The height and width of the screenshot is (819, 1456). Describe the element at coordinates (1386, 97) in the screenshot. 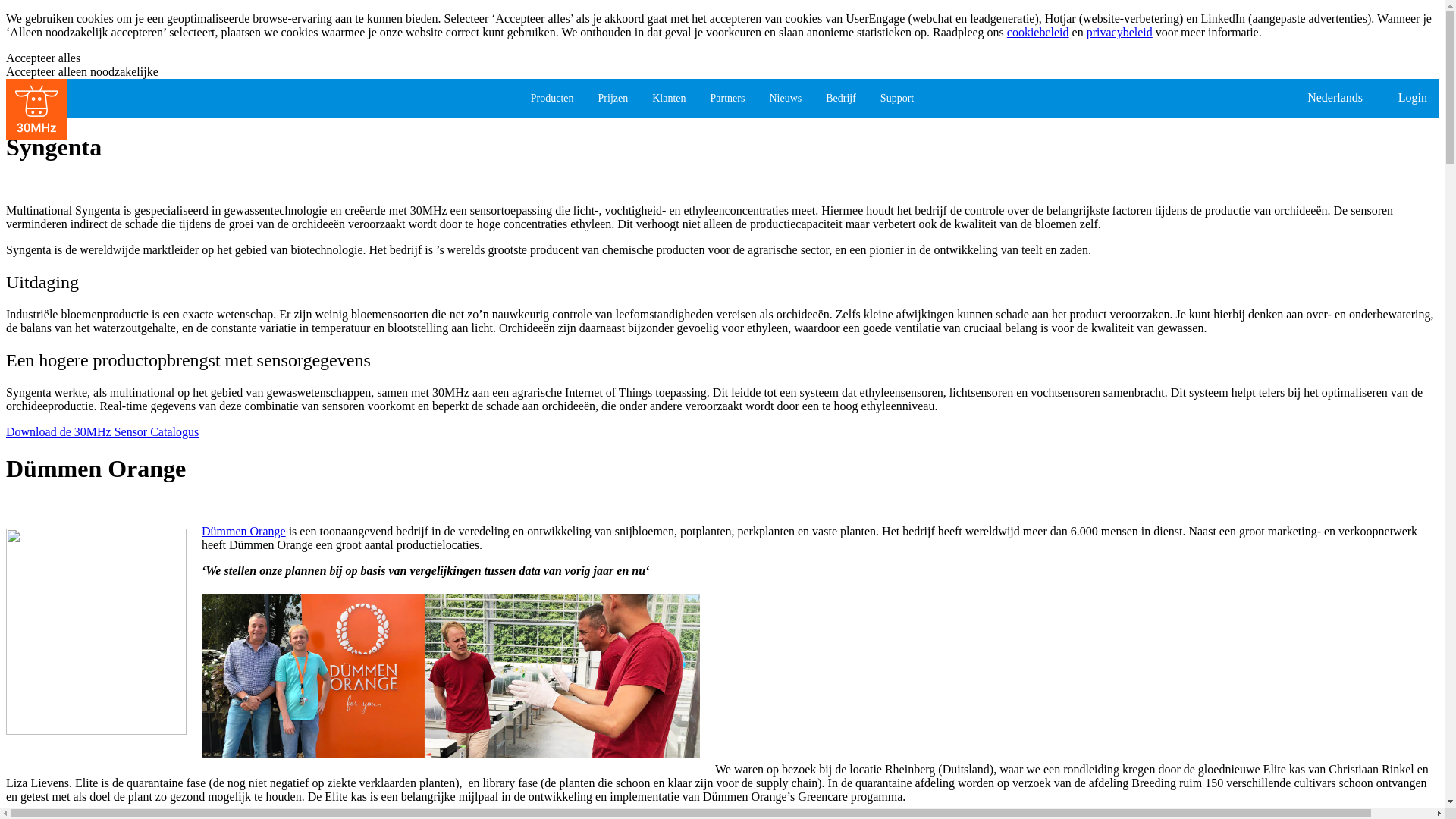

I see `'Login'` at that location.